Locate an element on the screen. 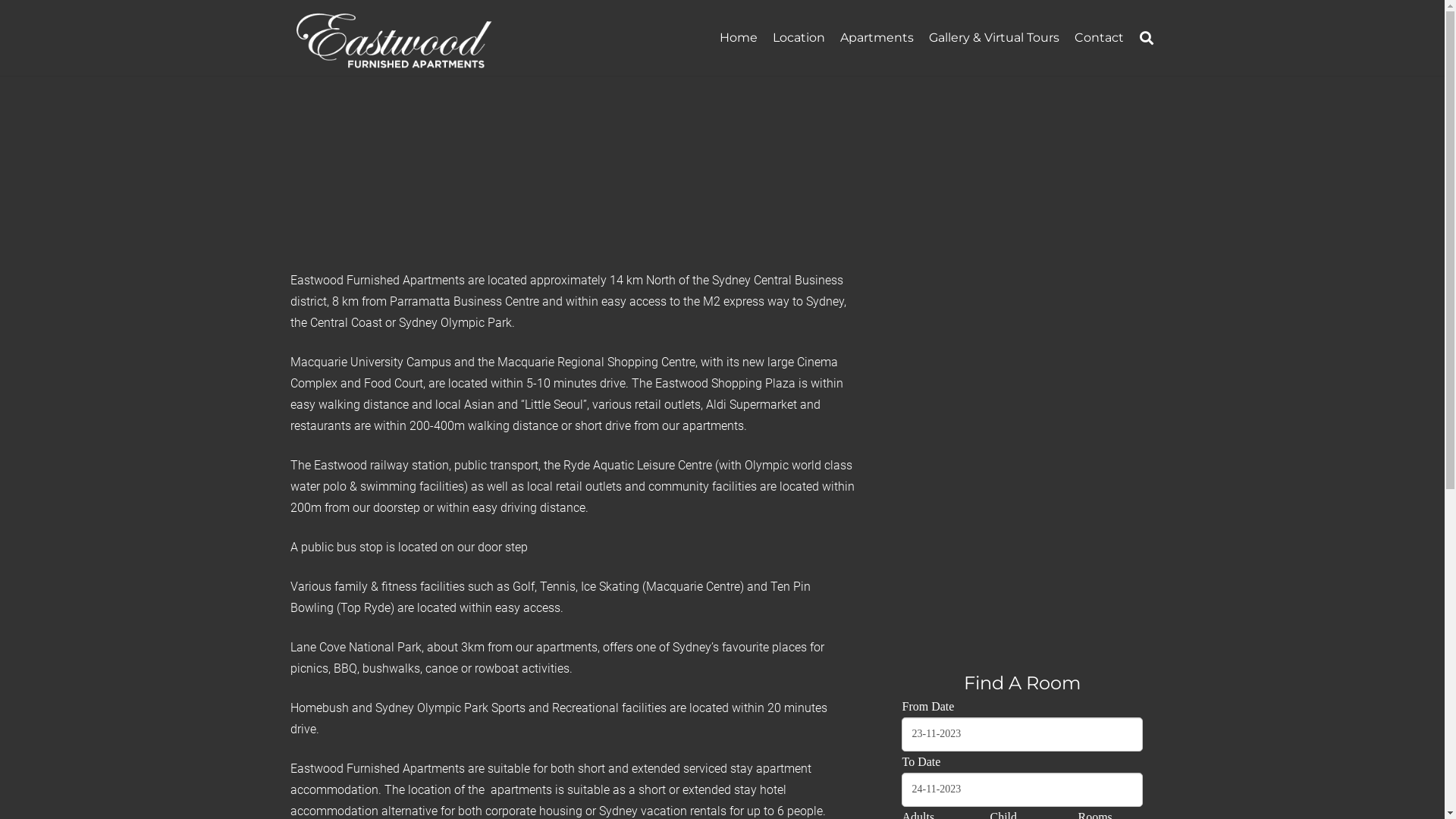 This screenshot has width=1456, height=819. 'Apartments' is located at coordinates (877, 37).